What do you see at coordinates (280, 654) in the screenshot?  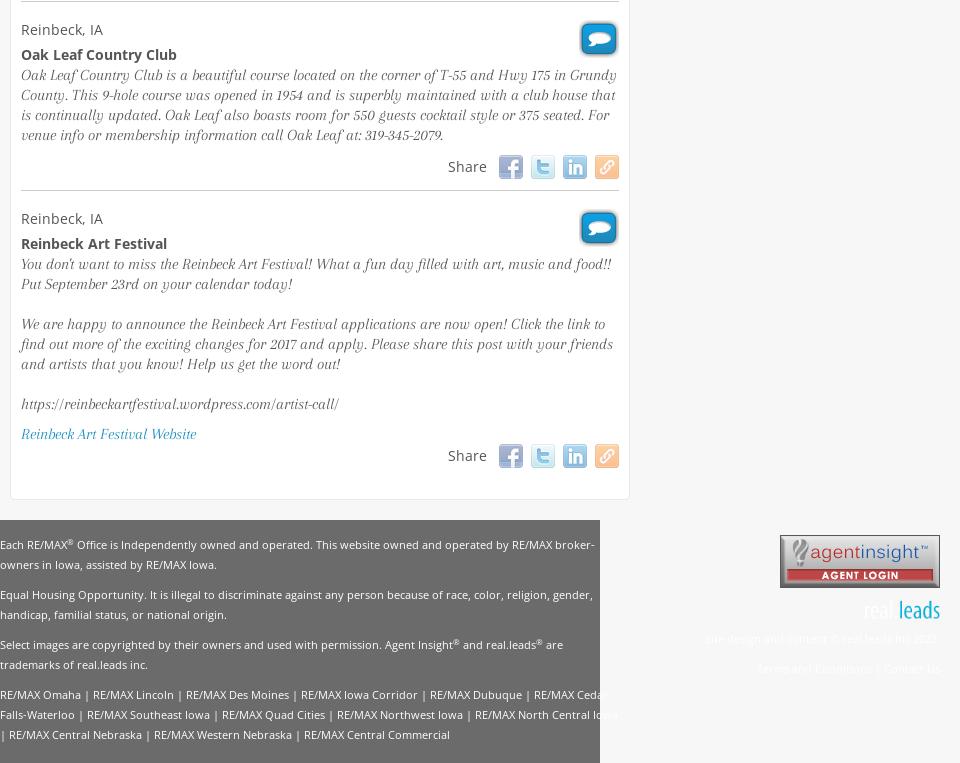 I see `'are trademarks of real.leads'` at bounding box center [280, 654].